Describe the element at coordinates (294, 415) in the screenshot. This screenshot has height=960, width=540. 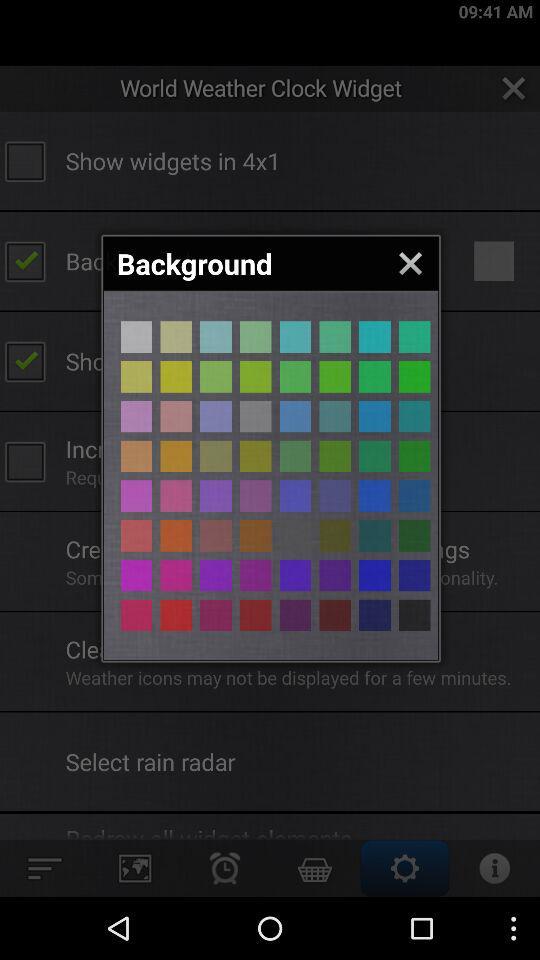
I see `color button` at that location.